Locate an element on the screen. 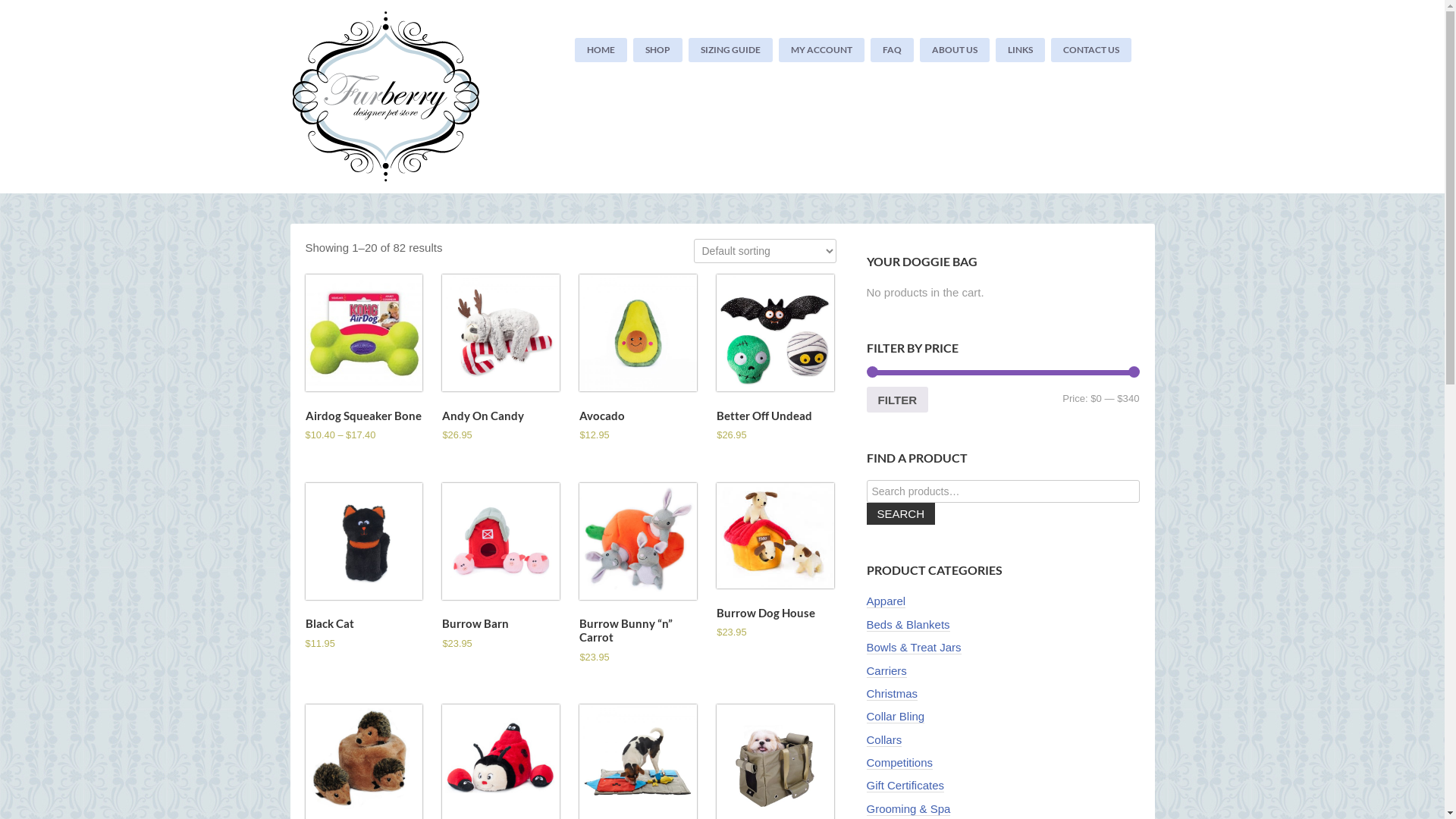 Image resolution: width=1456 pixels, height=819 pixels. 'Better Off Undead is located at coordinates (716, 359).